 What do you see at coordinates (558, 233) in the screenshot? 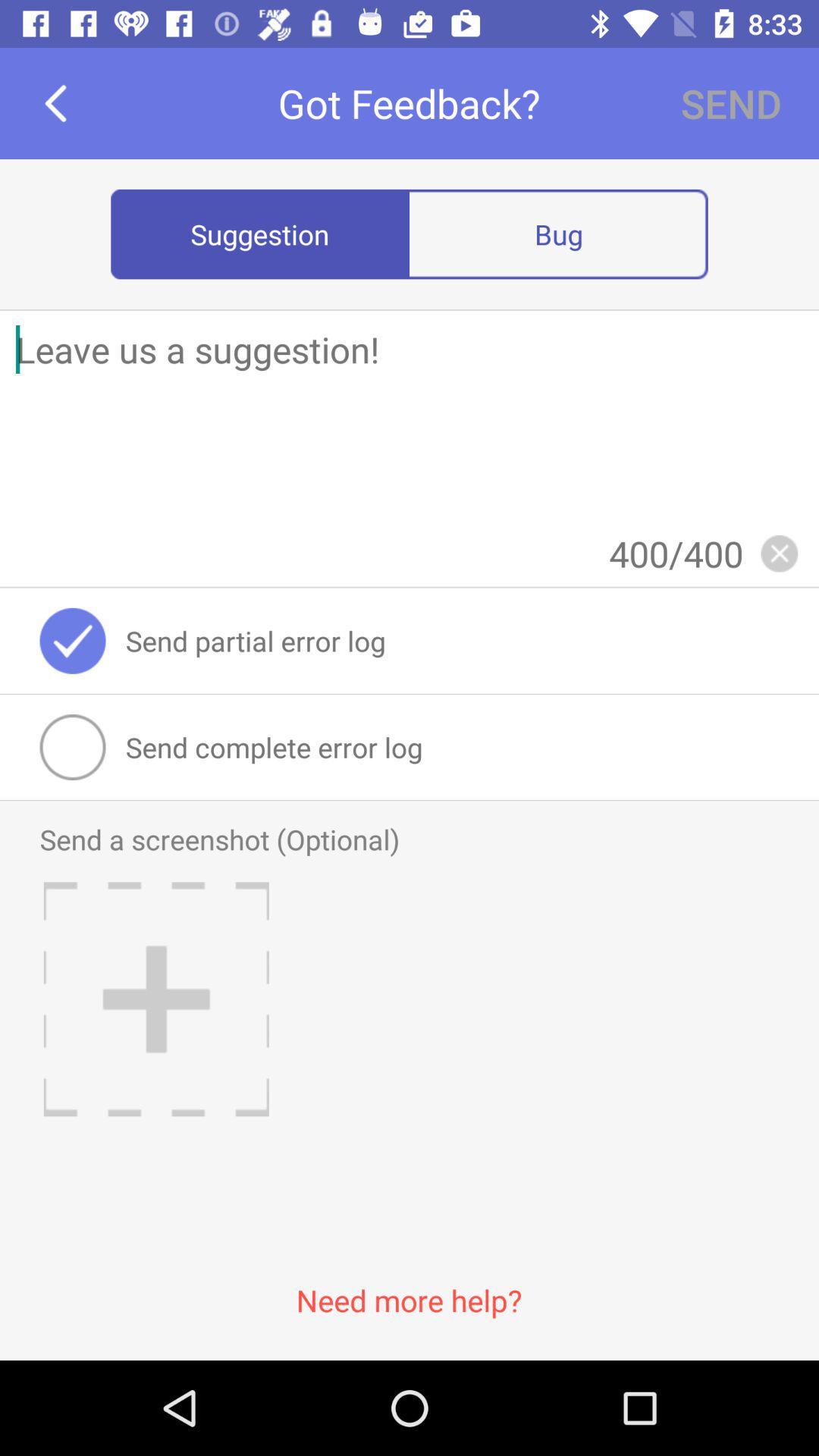
I see `item below send item` at bounding box center [558, 233].